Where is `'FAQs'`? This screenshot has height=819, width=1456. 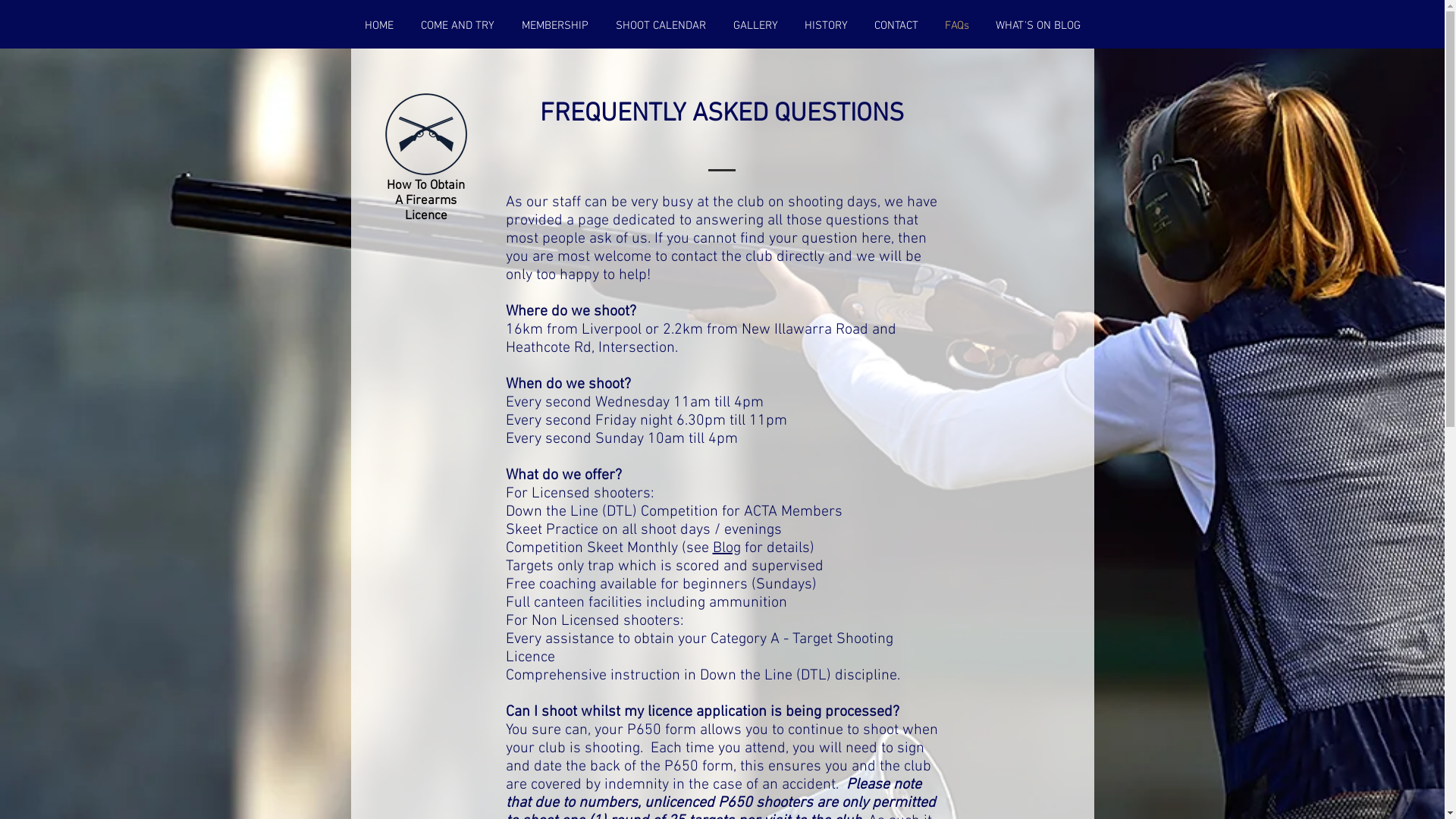 'FAQs' is located at coordinates (955, 26).